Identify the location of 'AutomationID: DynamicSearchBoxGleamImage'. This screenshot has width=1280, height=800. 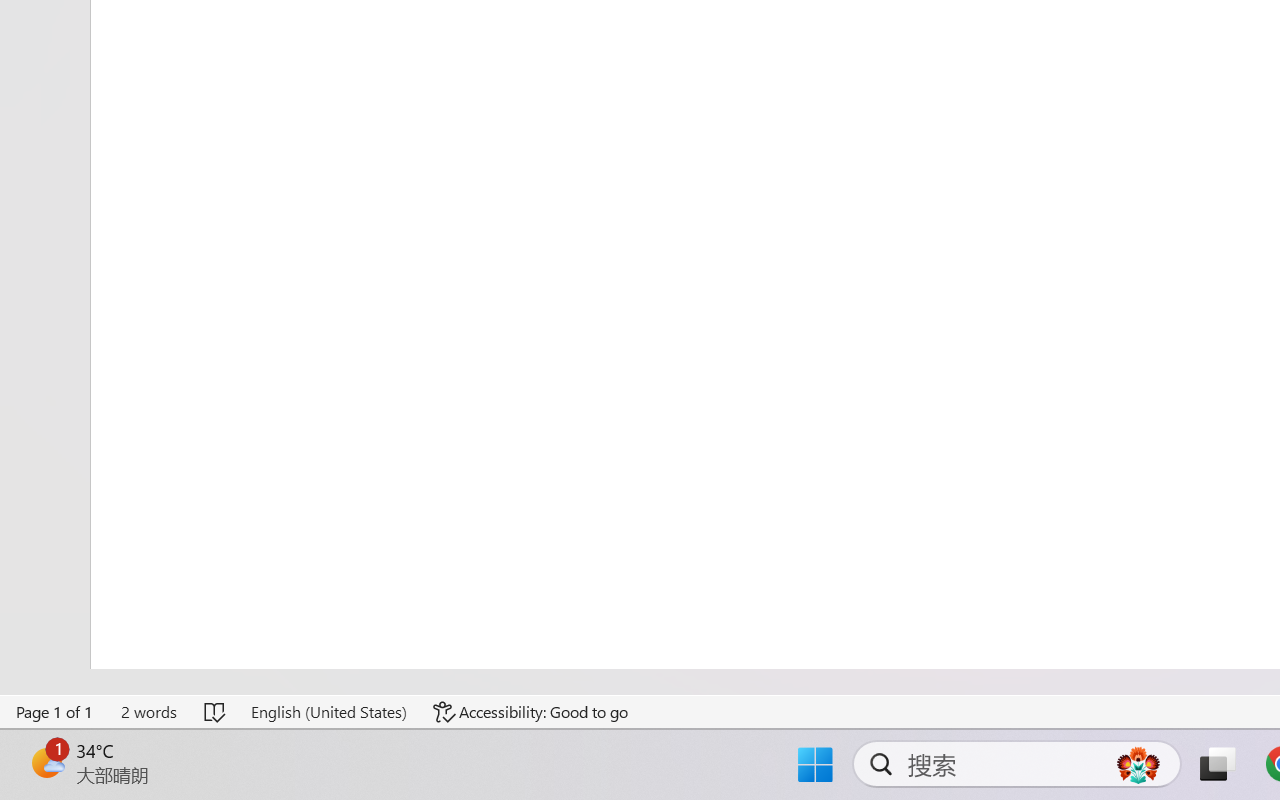
(1138, 764).